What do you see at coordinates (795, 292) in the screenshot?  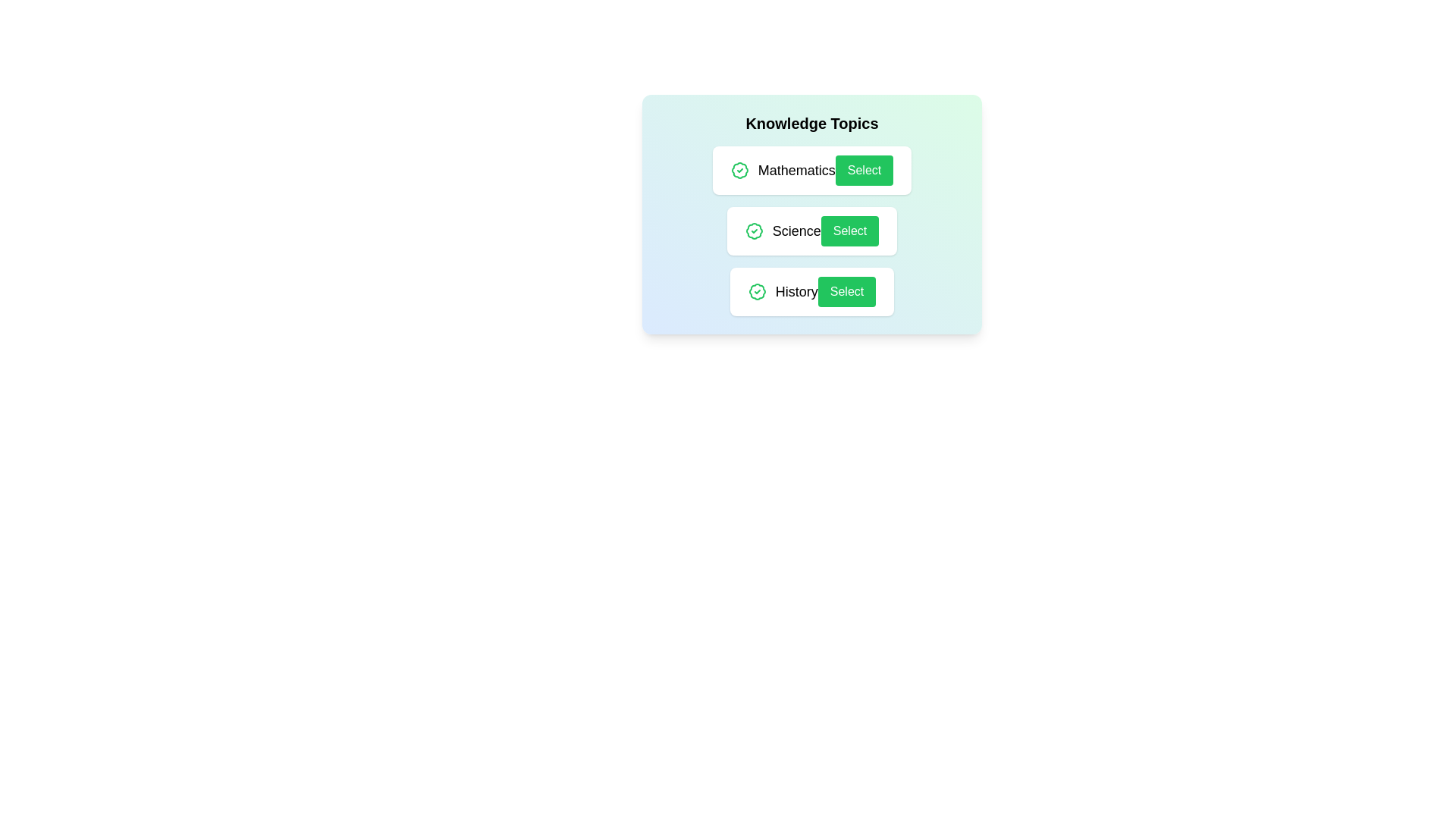 I see `the topic name History to focus or select it` at bounding box center [795, 292].